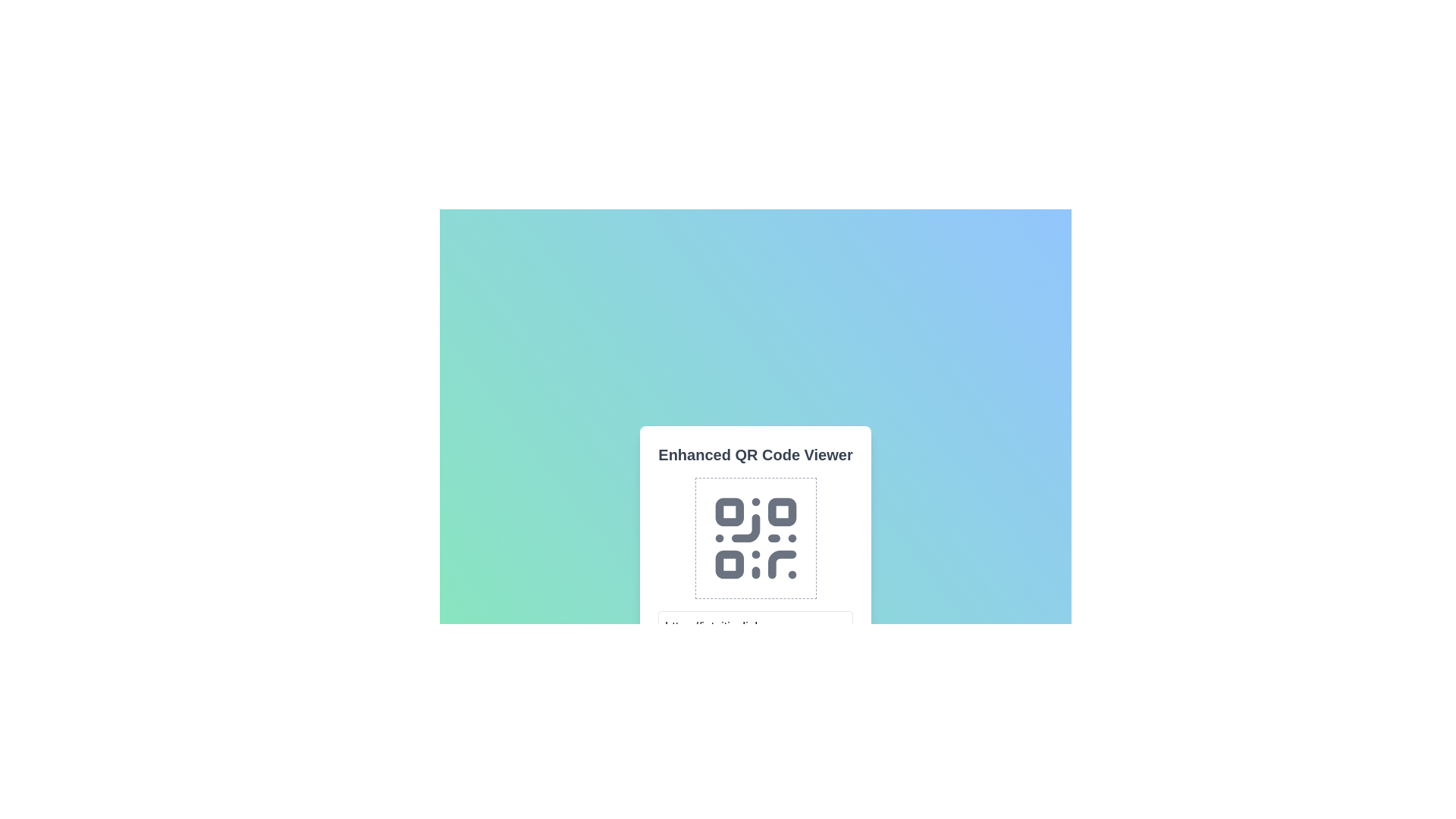 This screenshot has width=1456, height=819. I want to click on the Decorative QR code representation within the 'Enhanced QR Code Viewer' card, positioned below the title text and above the URL input field, so click(755, 537).